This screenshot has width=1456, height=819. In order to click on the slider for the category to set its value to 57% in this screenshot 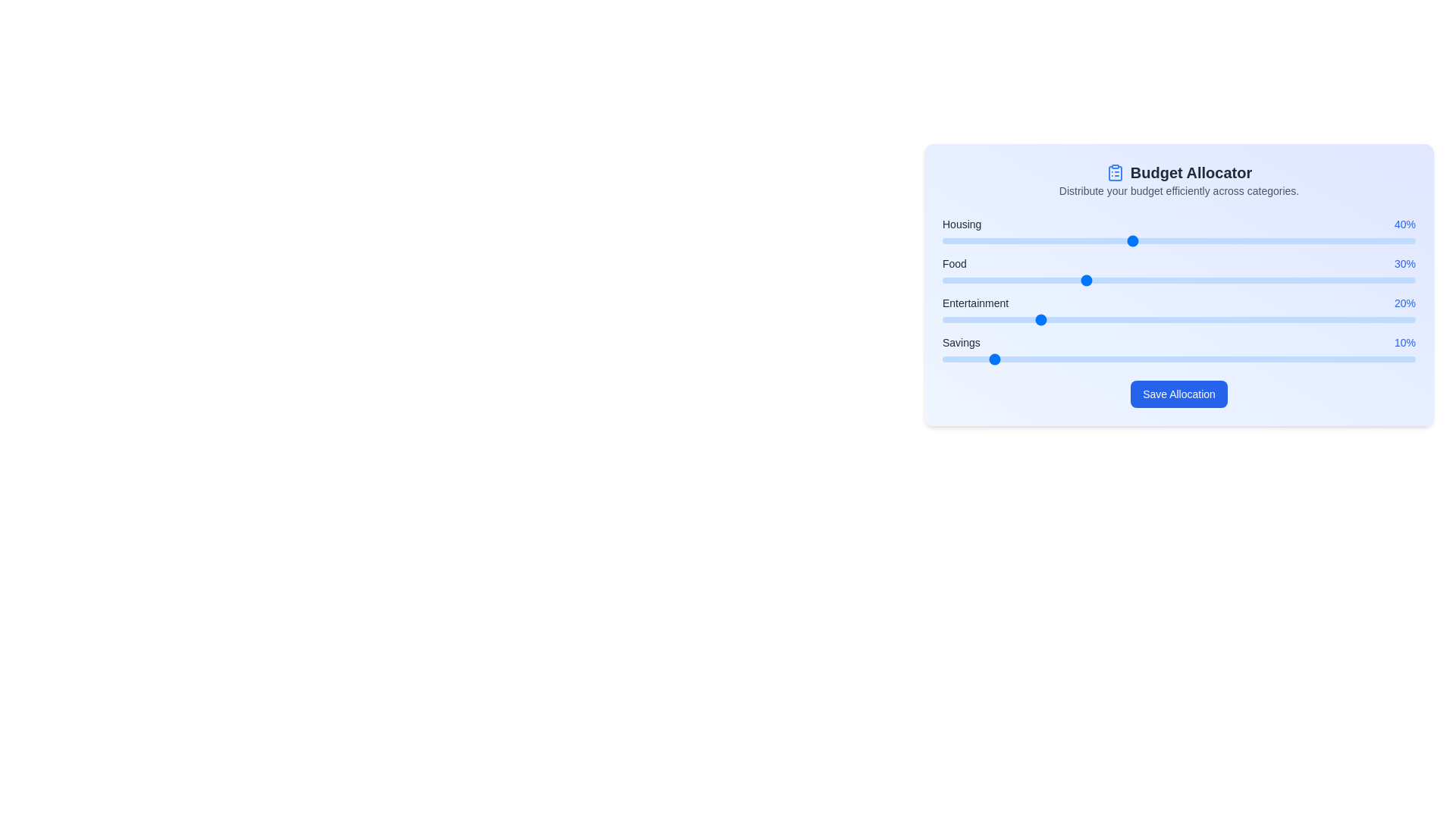, I will do `click(1211, 240)`.